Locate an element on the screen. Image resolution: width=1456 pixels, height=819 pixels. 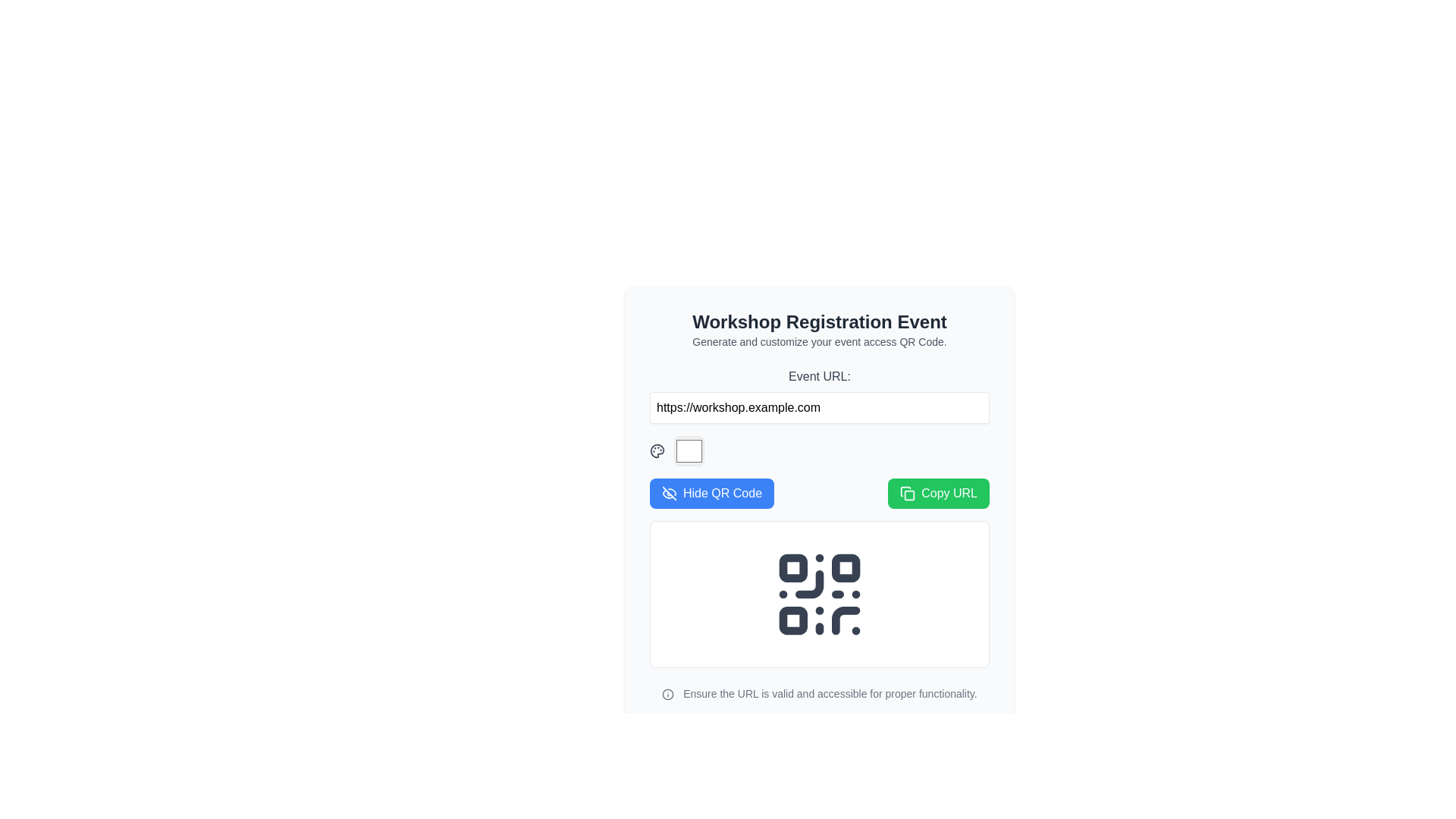
the color selection icon located in the top-left portion of the color input group, which serves as a visual marker for palette-related functions is located at coordinates (657, 450).